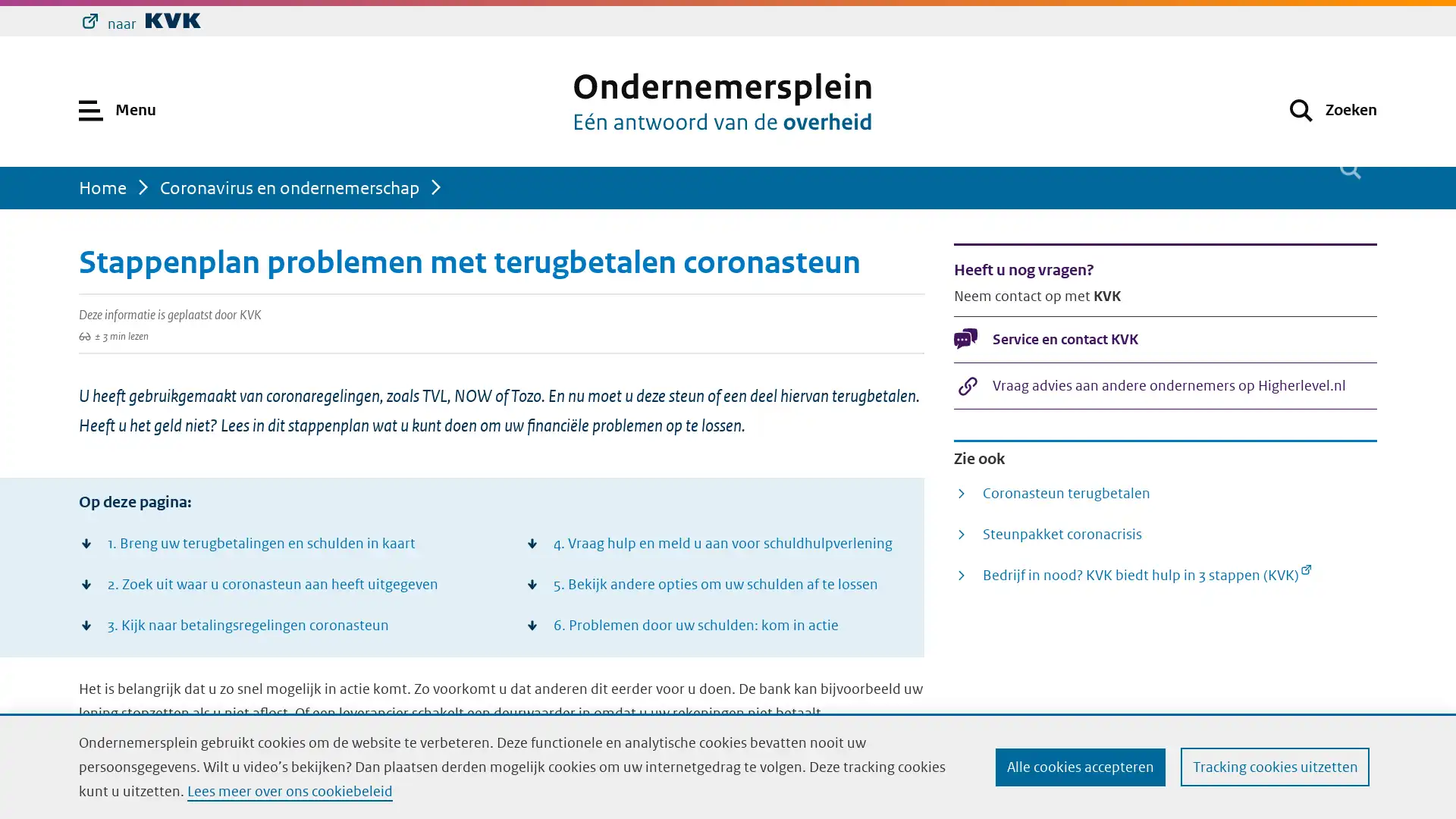  Describe the element at coordinates (1080, 767) in the screenshot. I see `Alle cookies accepteren` at that location.